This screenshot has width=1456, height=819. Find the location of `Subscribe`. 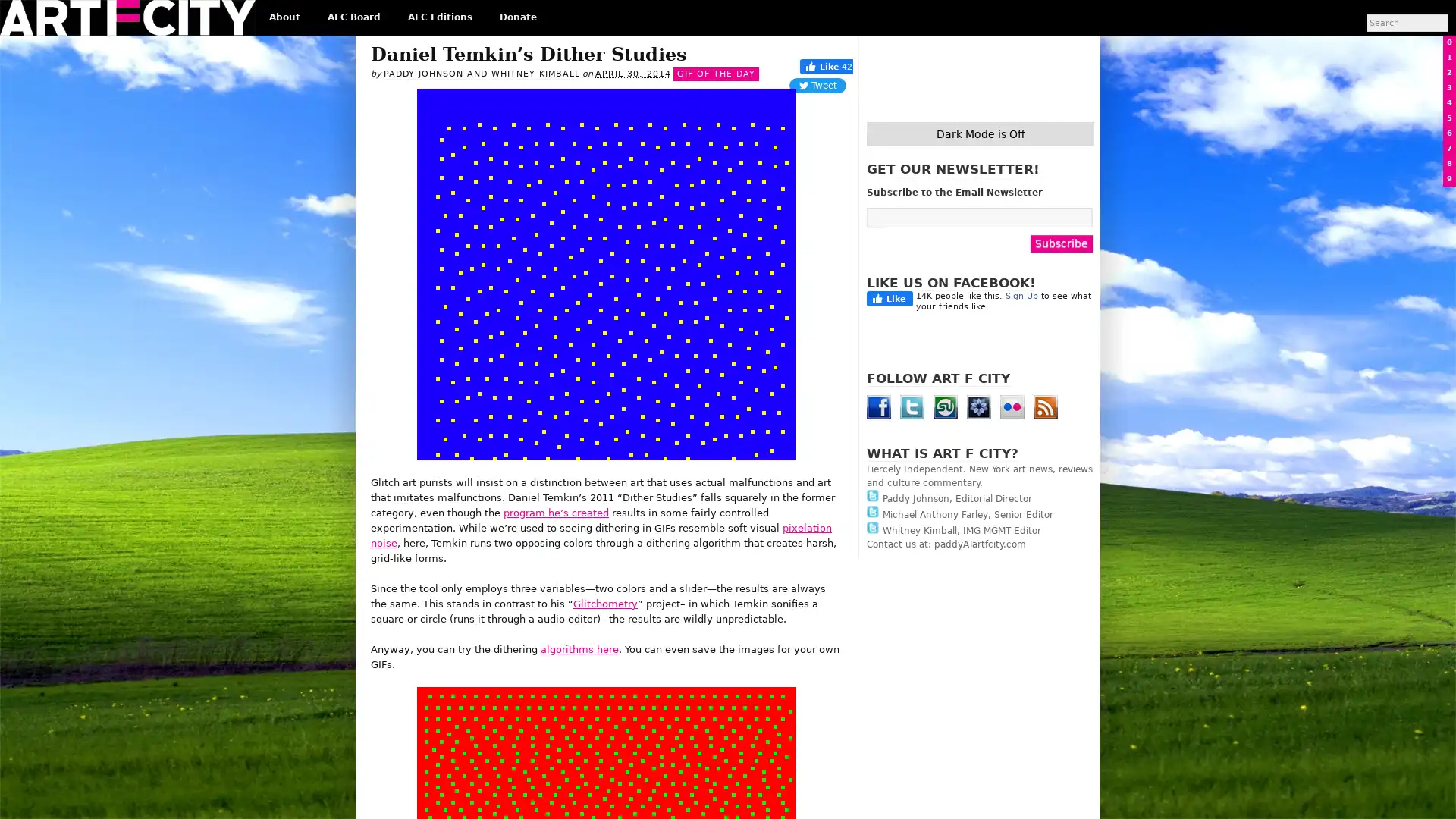

Subscribe is located at coordinates (1061, 242).